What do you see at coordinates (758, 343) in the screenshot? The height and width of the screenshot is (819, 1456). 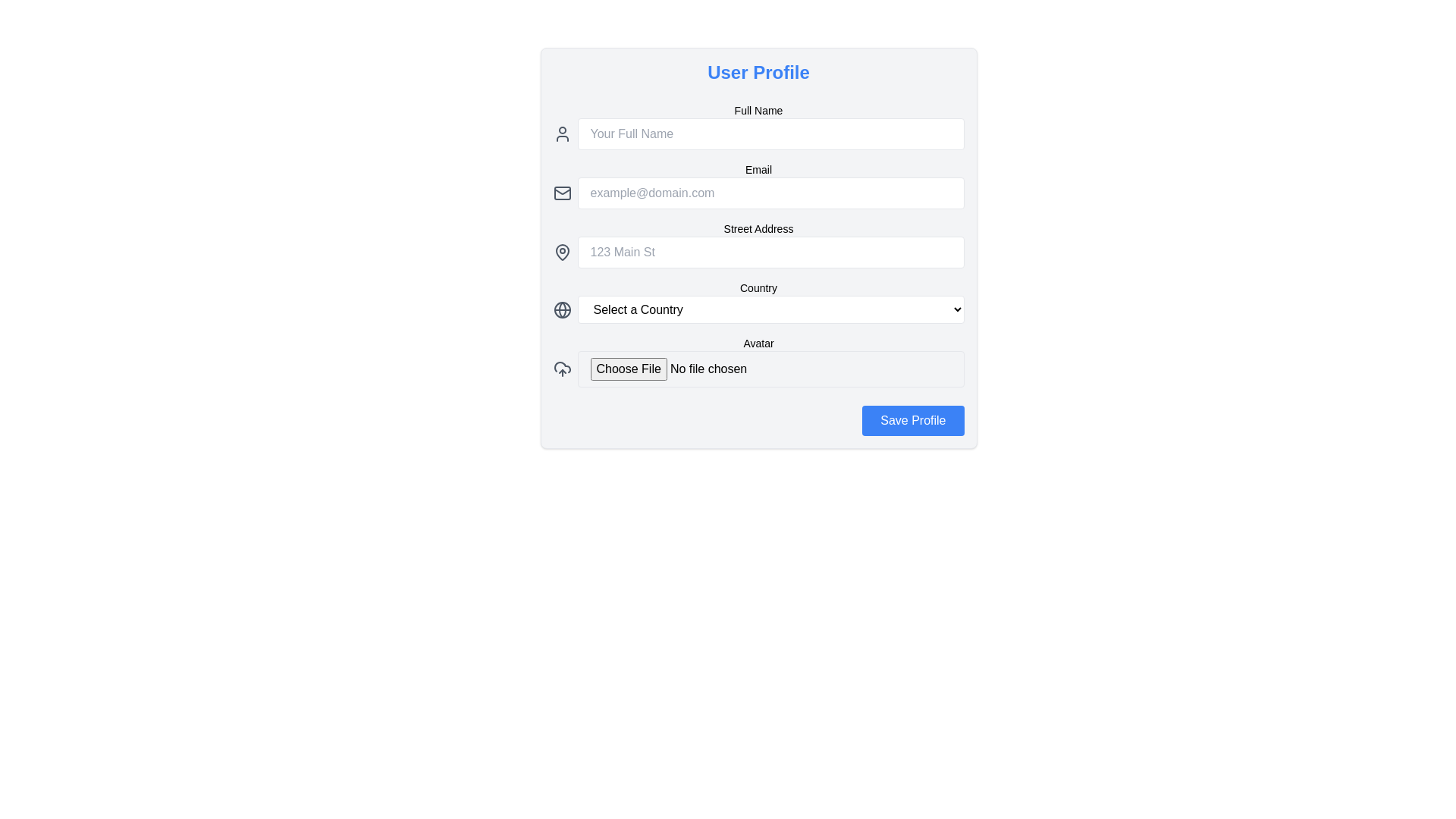 I see `the text label that provides context for the file upload field, which is positioned below the country selection dropdown field` at bounding box center [758, 343].